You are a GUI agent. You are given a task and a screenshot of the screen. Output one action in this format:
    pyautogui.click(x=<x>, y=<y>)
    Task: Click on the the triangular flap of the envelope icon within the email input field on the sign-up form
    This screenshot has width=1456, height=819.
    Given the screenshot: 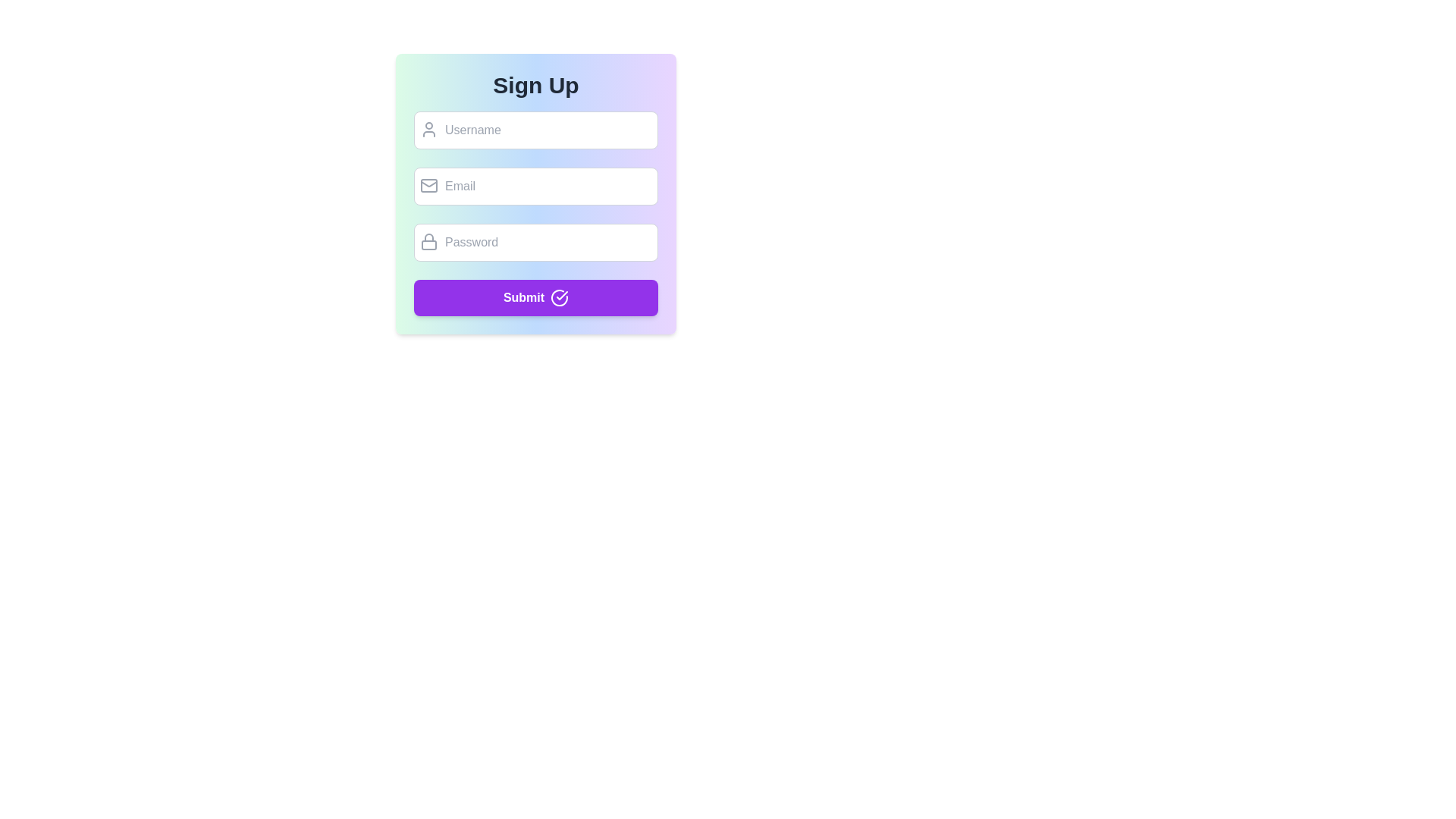 What is the action you would take?
    pyautogui.click(x=428, y=183)
    